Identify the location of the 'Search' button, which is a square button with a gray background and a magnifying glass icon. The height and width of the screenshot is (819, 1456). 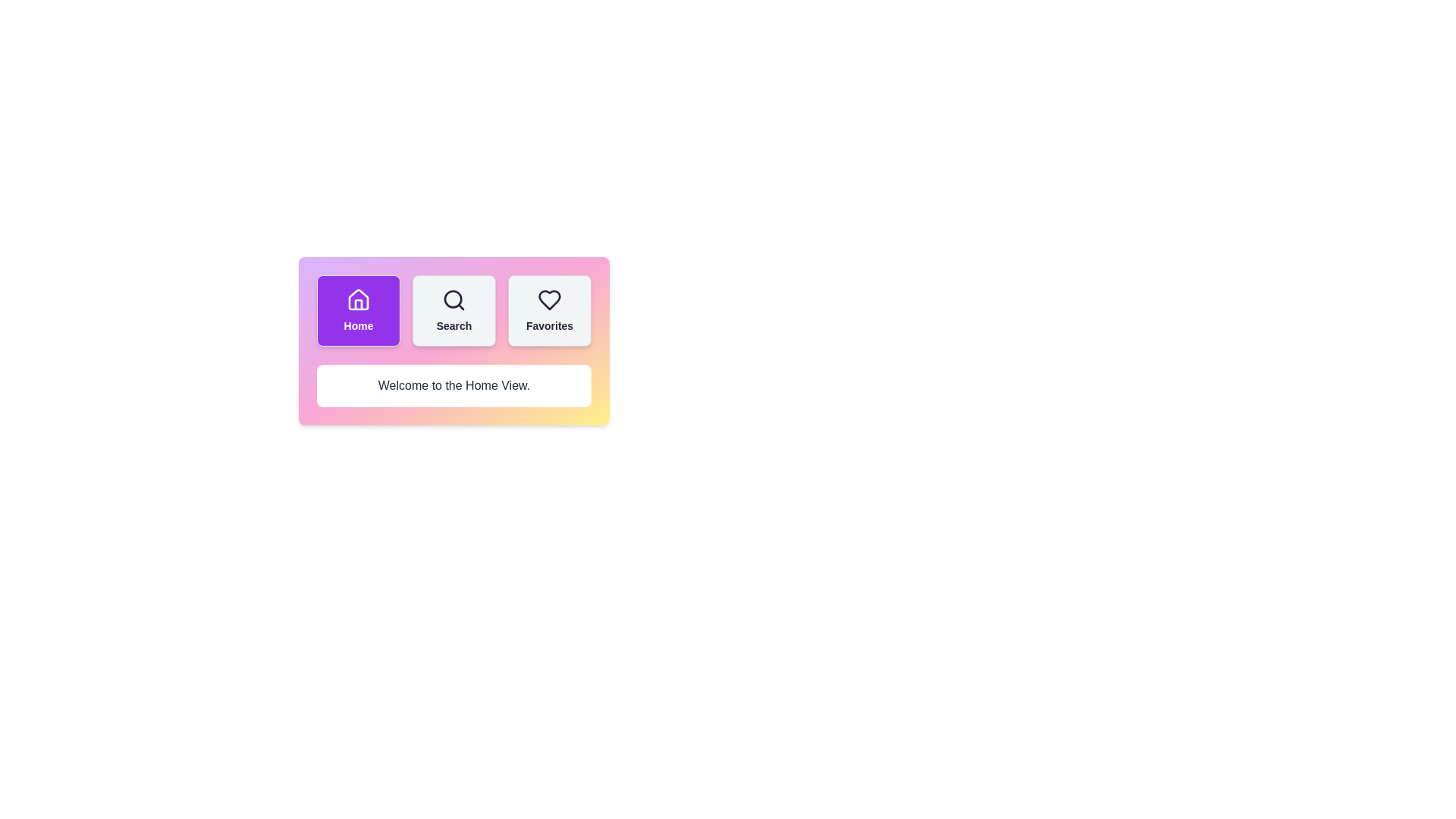
(453, 309).